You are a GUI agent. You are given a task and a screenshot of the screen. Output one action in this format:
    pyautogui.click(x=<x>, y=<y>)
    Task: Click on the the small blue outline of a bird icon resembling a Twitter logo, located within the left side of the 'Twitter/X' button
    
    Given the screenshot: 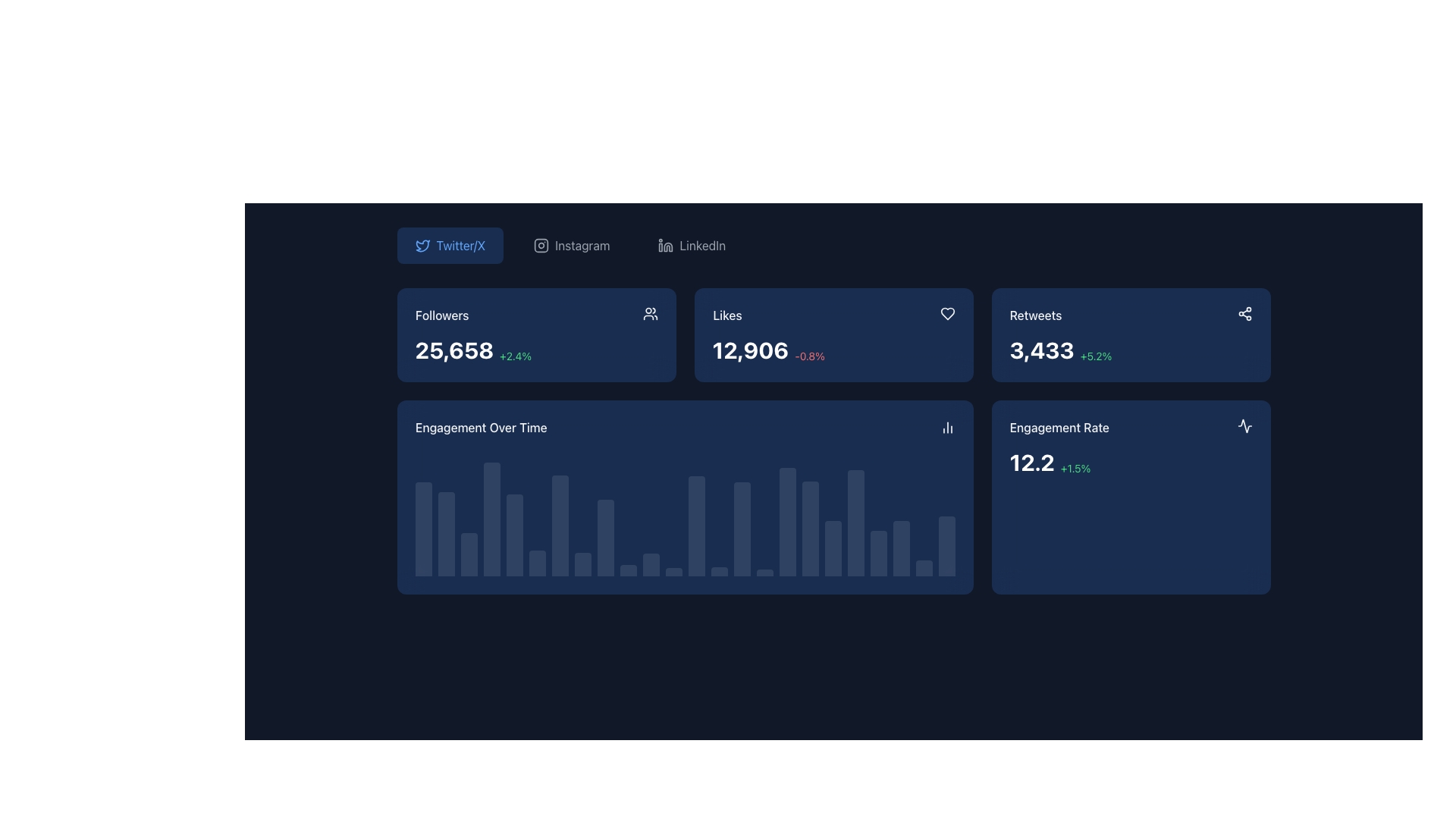 What is the action you would take?
    pyautogui.click(x=422, y=245)
    